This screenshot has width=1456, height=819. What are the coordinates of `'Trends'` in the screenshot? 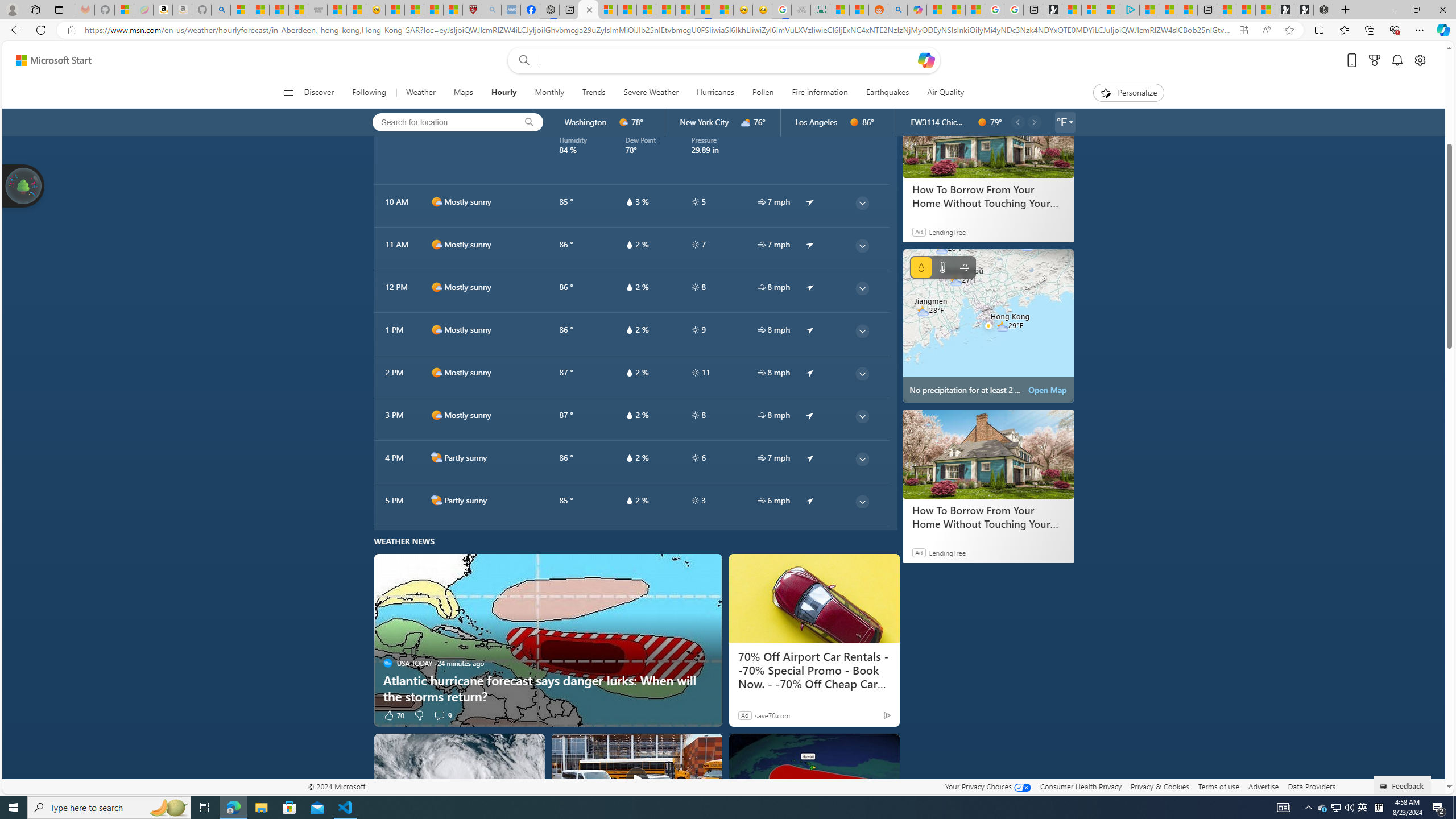 It's located at (593, 92).